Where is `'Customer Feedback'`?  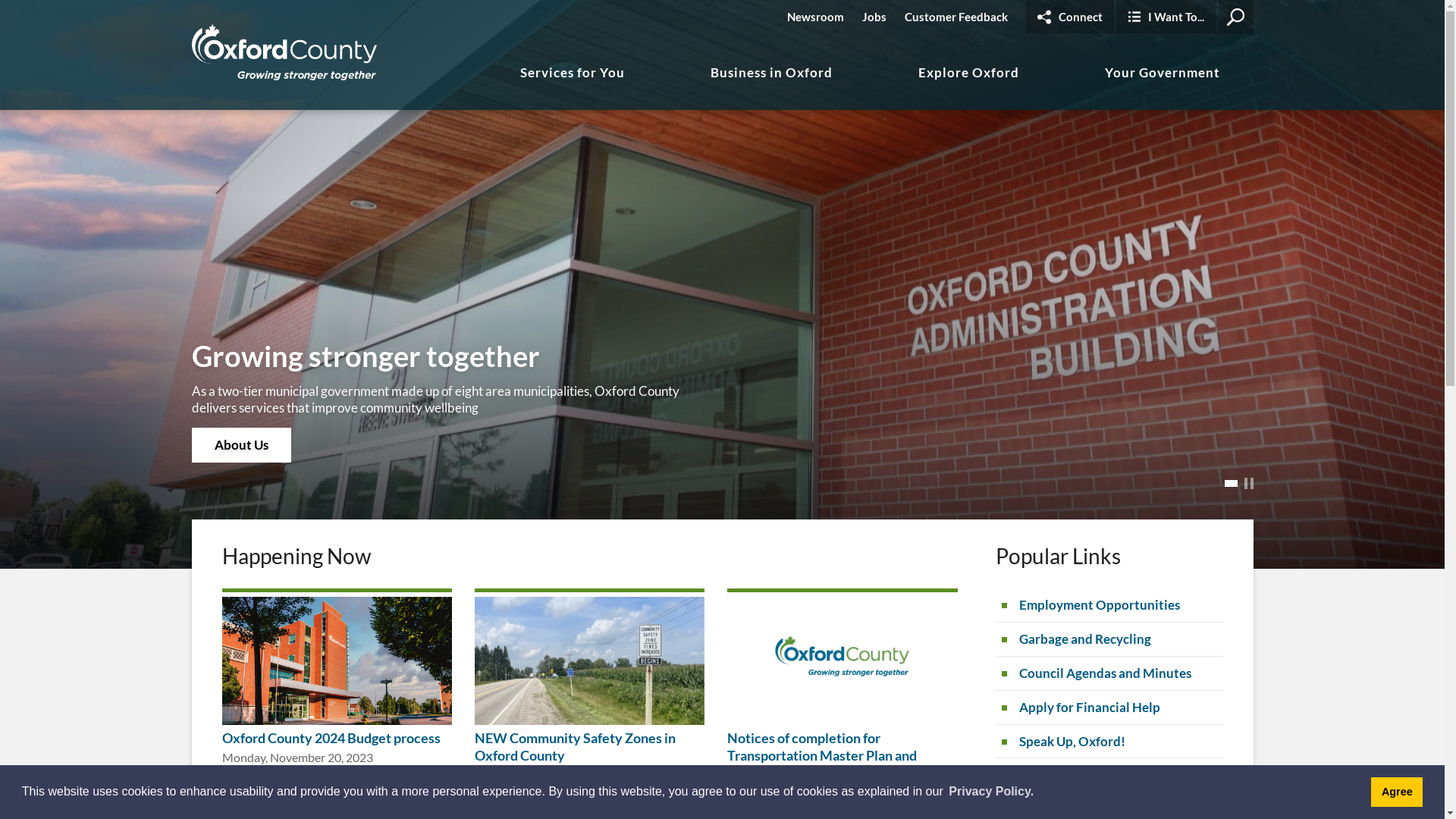
'Customer Feedback' is located at coordinates (954, 17).